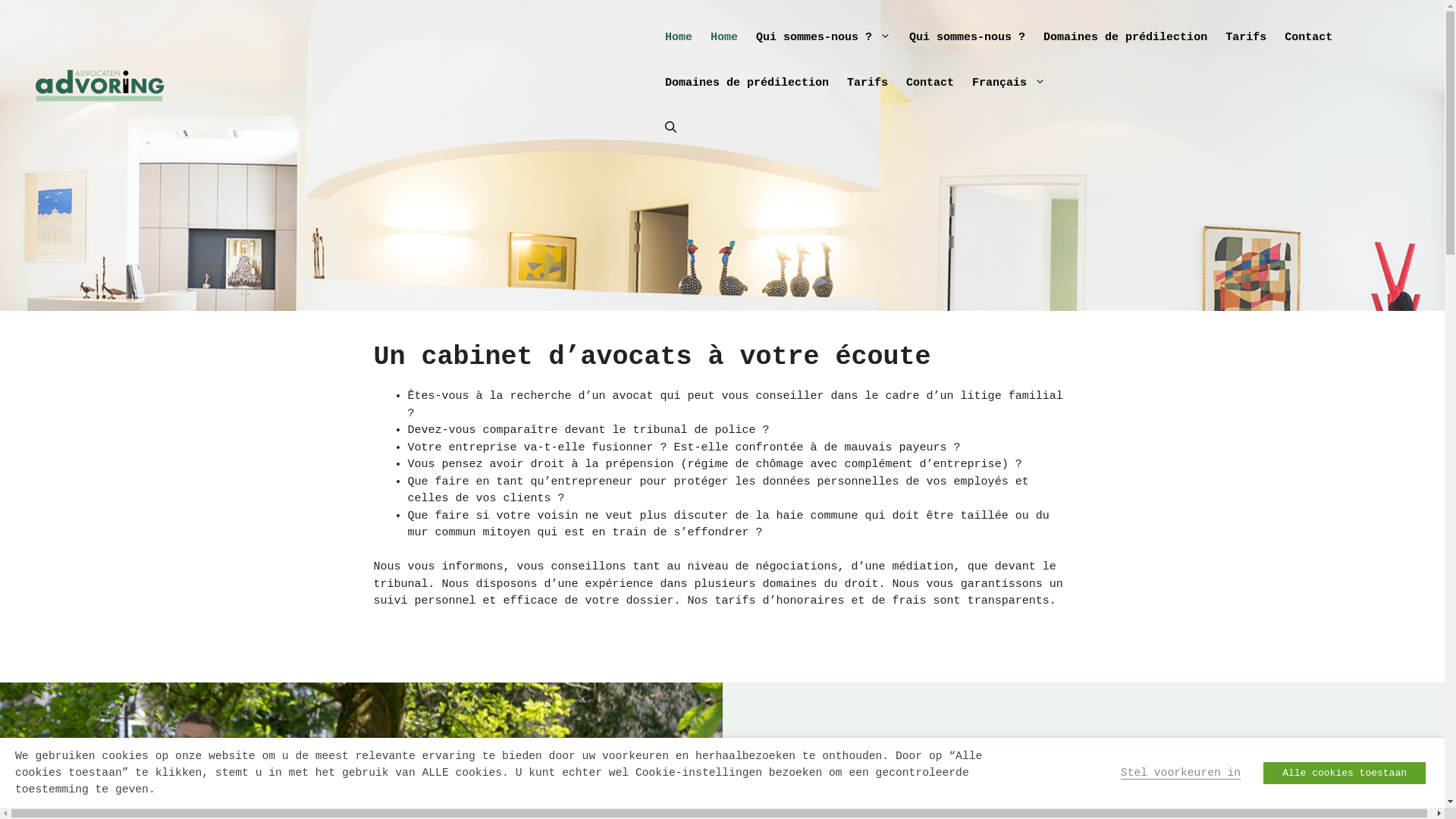 The image size is (1456, 819). I want to click on 'Contact', so click(929, 83).